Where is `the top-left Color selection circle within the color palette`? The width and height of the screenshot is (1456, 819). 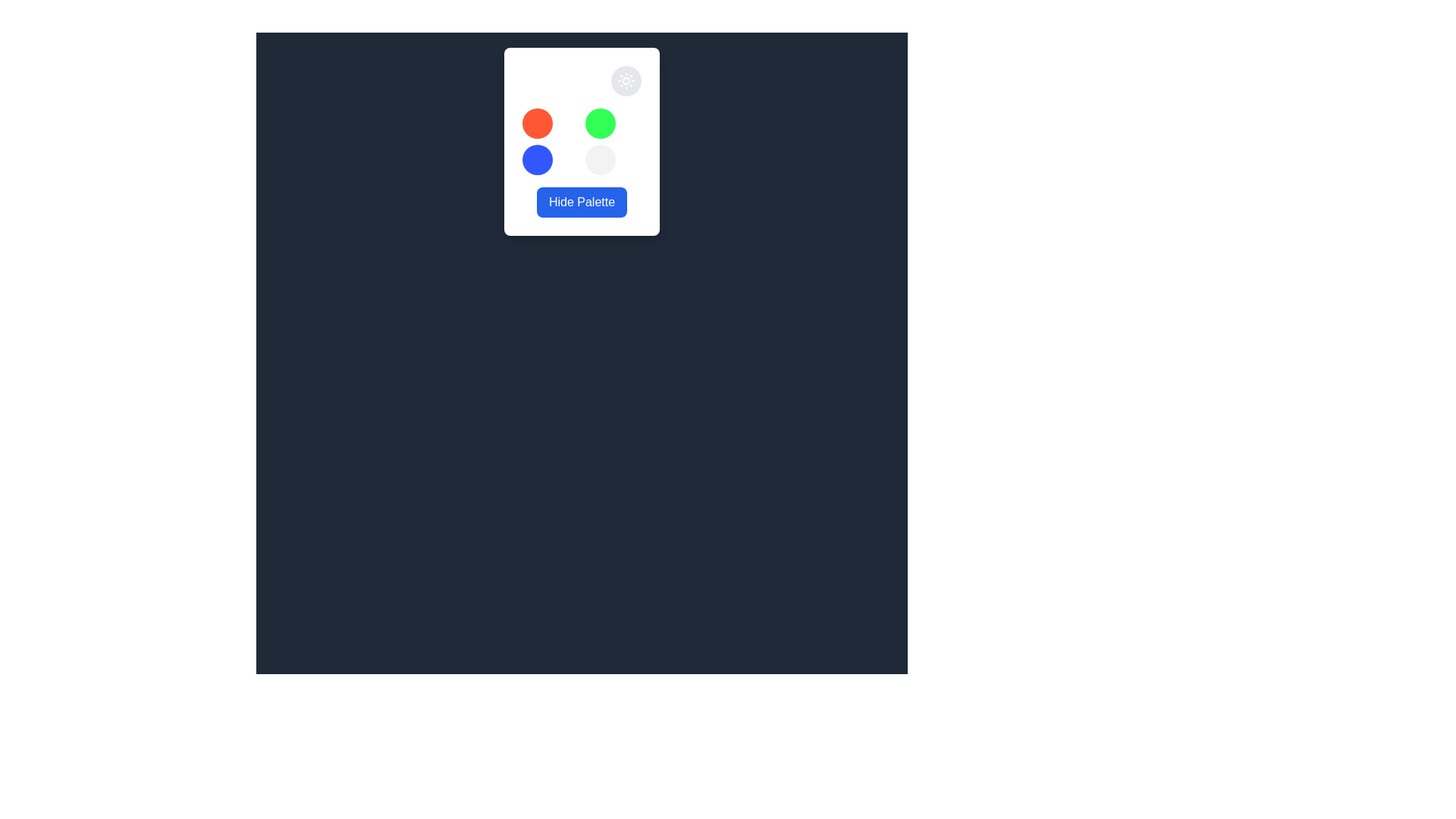 the top-left Color selection circle within the color palette is located at coordinates (538, 122).